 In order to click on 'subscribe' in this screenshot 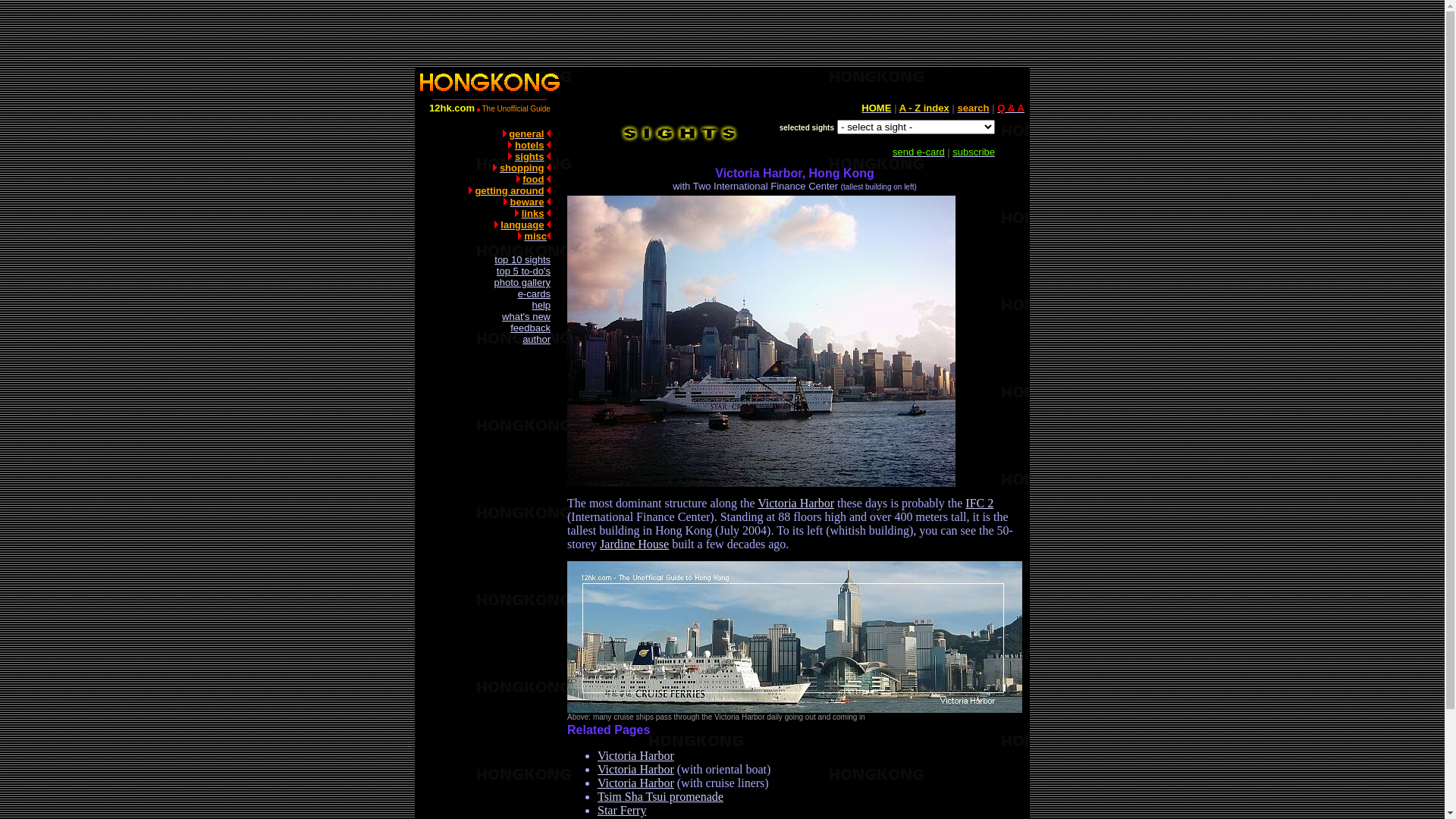, I will do `click(973, 152)`.